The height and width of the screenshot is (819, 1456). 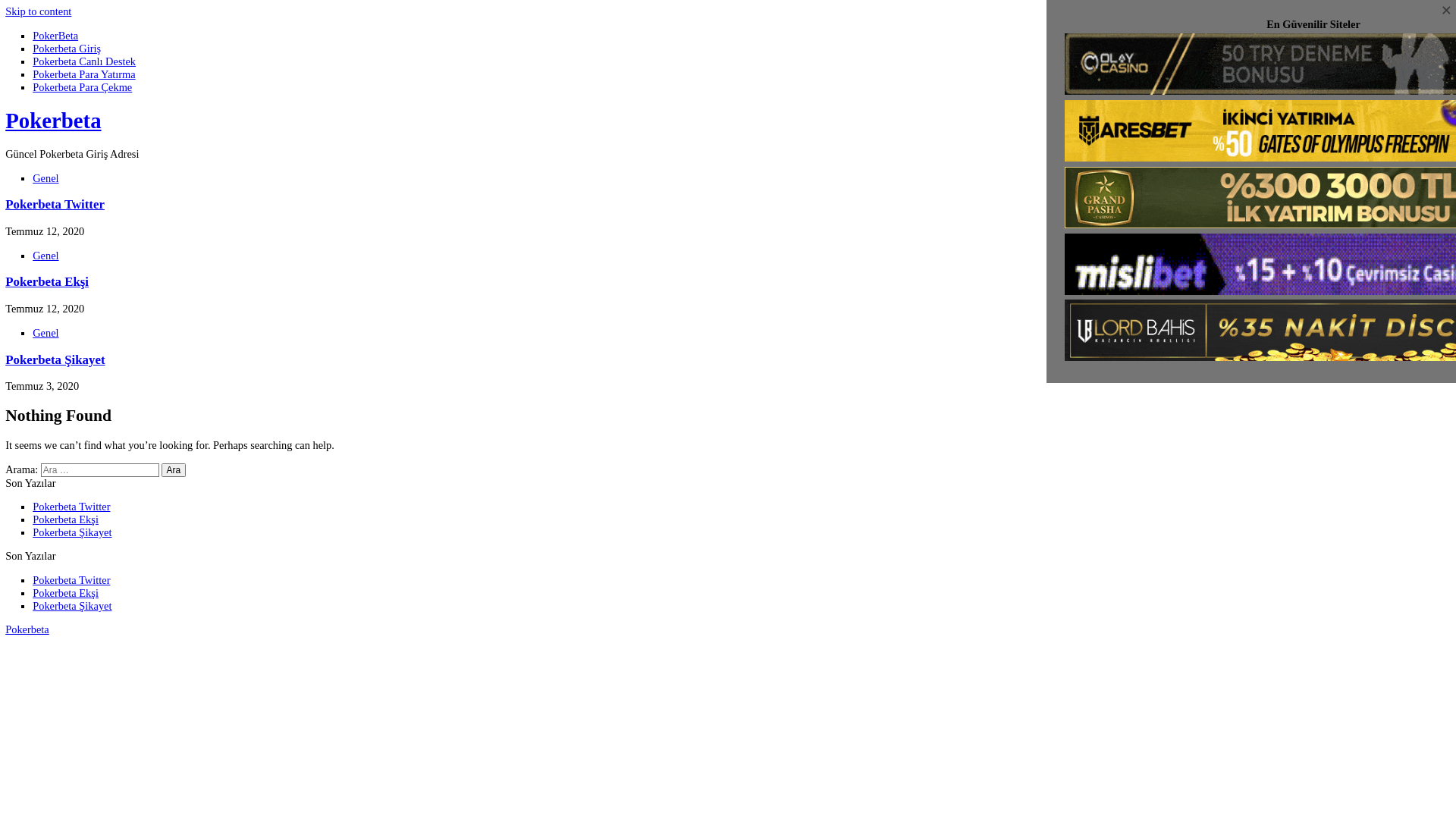 What do you see at coordinates (61, 38) in the screenshot?
I see `'PokerBeta'` at bounding box center [61, 38].